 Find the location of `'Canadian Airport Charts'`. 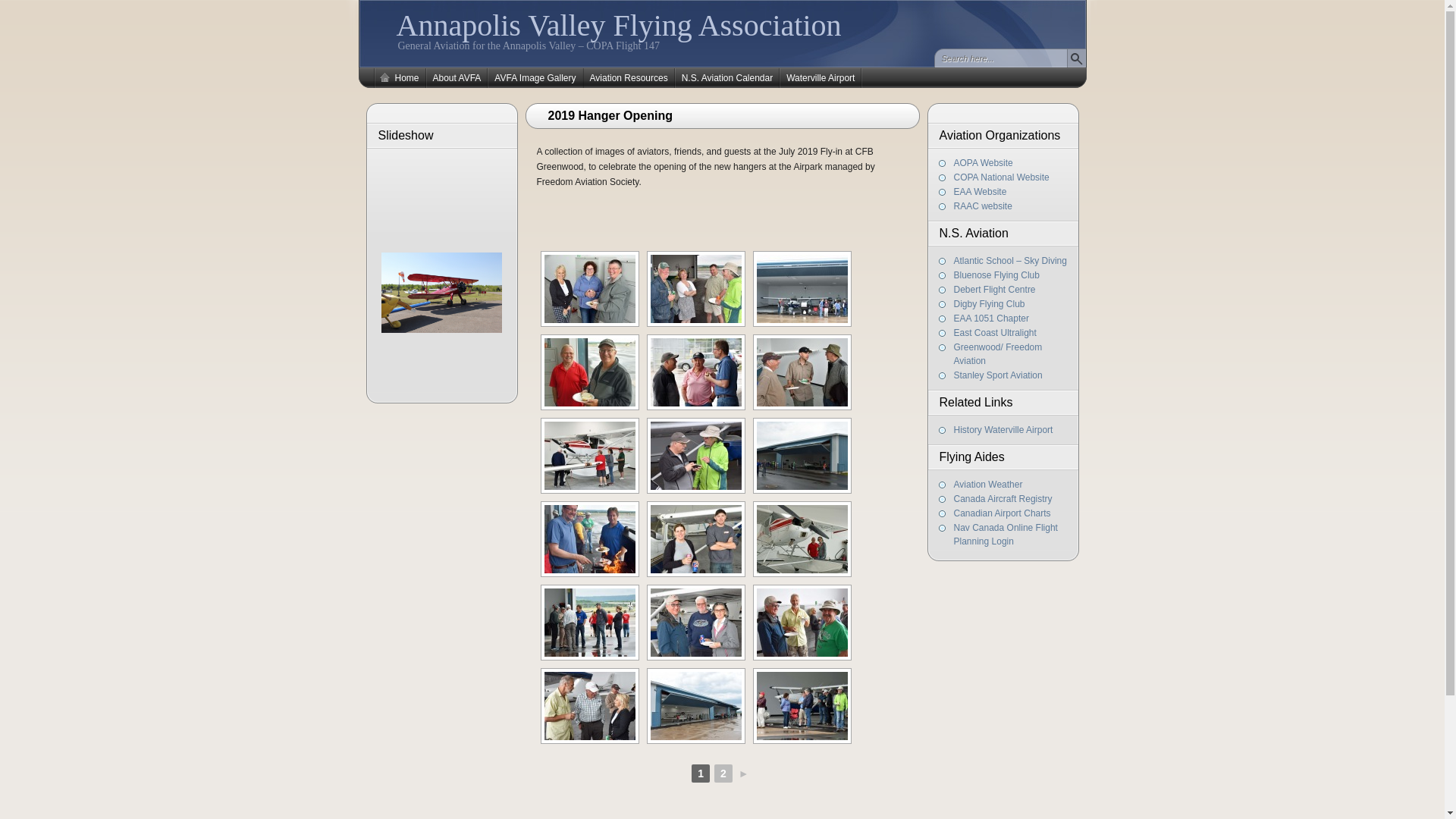

'Canadian Airport Charts' is located at coordinates (952, 513).